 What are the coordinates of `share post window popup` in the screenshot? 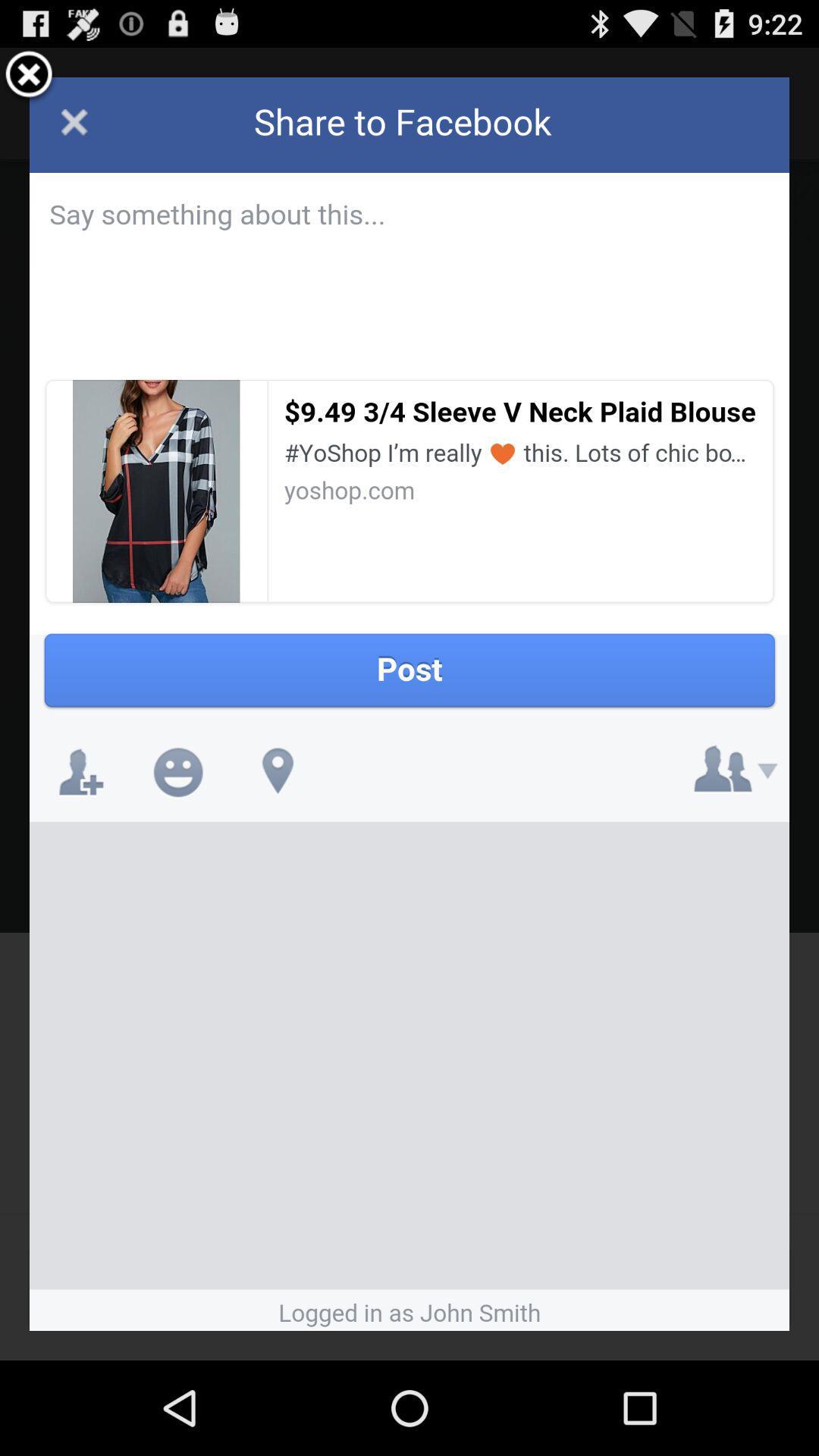 It's located at (409, 703).